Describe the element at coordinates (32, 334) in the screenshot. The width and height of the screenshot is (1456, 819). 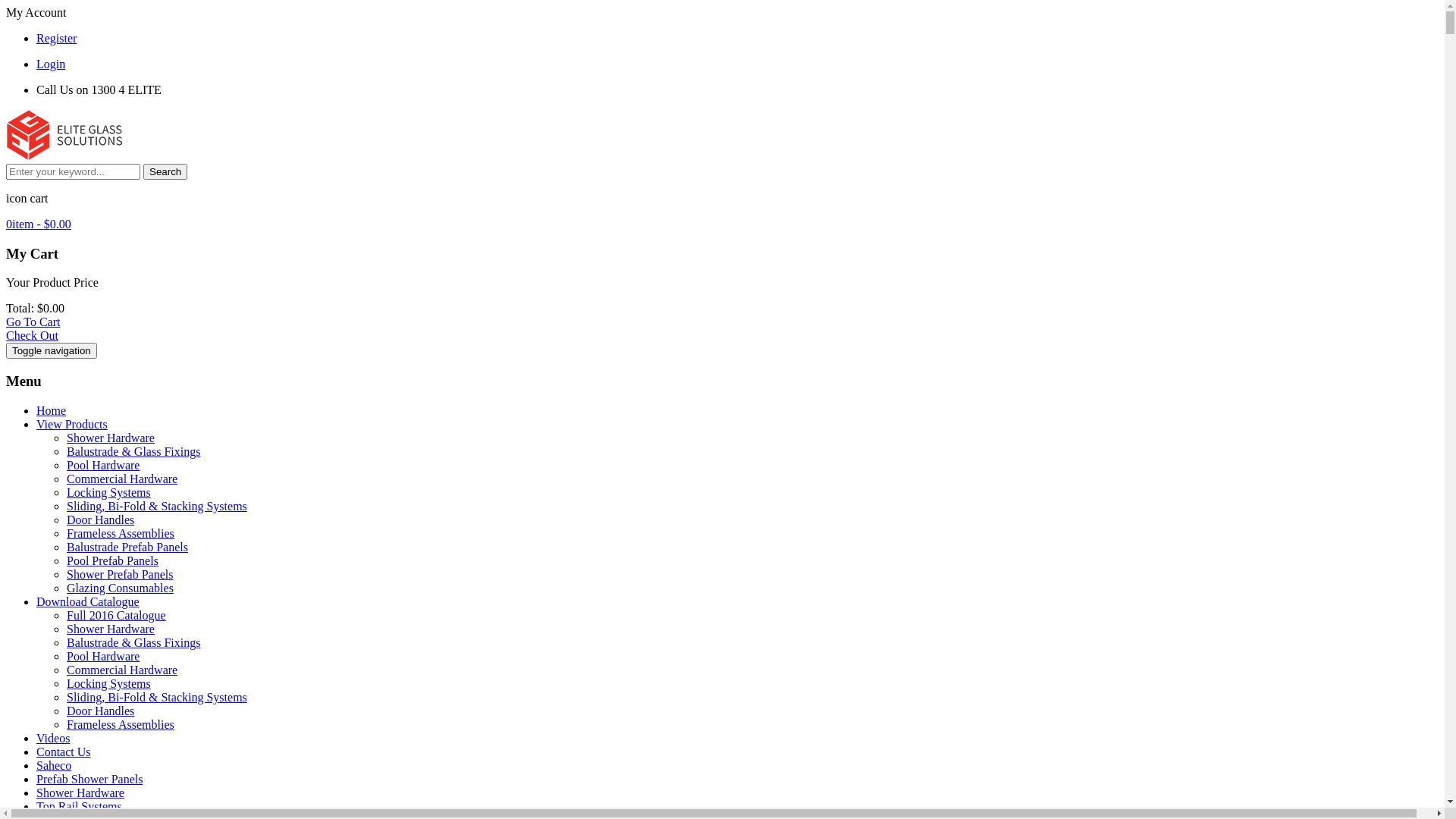
I see `'Check Out'` at that location.